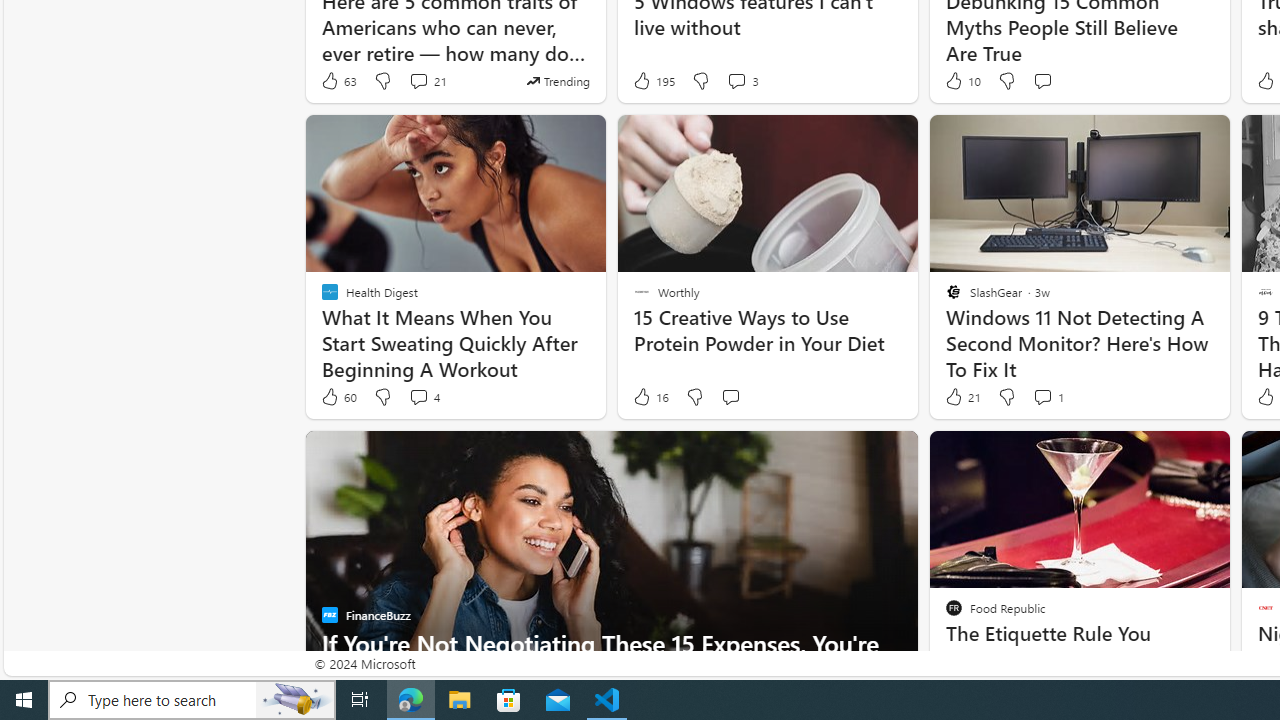 The image size is (1280, 720). Describe the element at coordinates (425, 80) in the screenshot. I see `'View comments 21 Comment'` at that location.